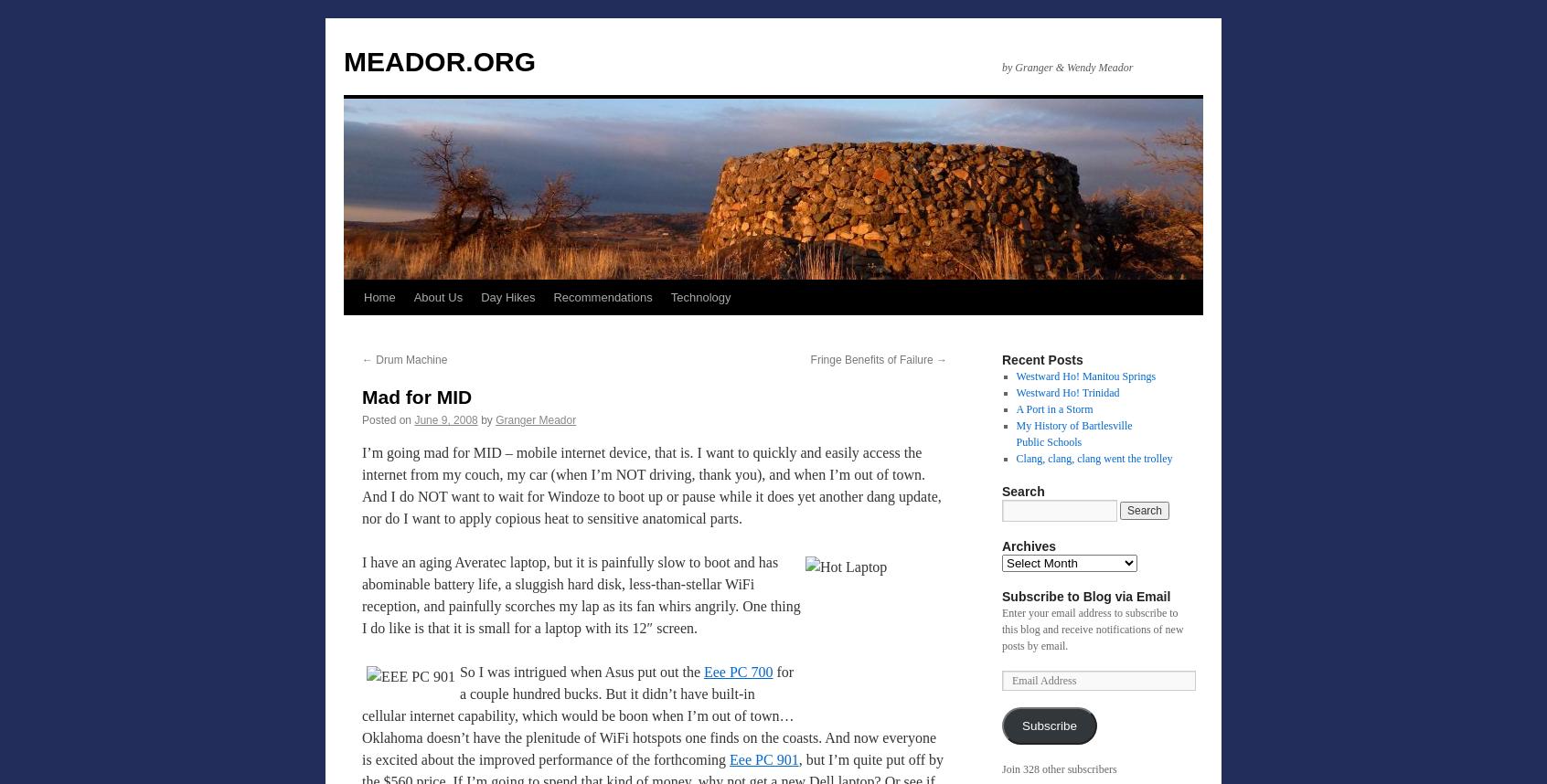  Describe the element at coordinates (1002, 358) in the screenshot. I see `'Recent Posts'` at that location.